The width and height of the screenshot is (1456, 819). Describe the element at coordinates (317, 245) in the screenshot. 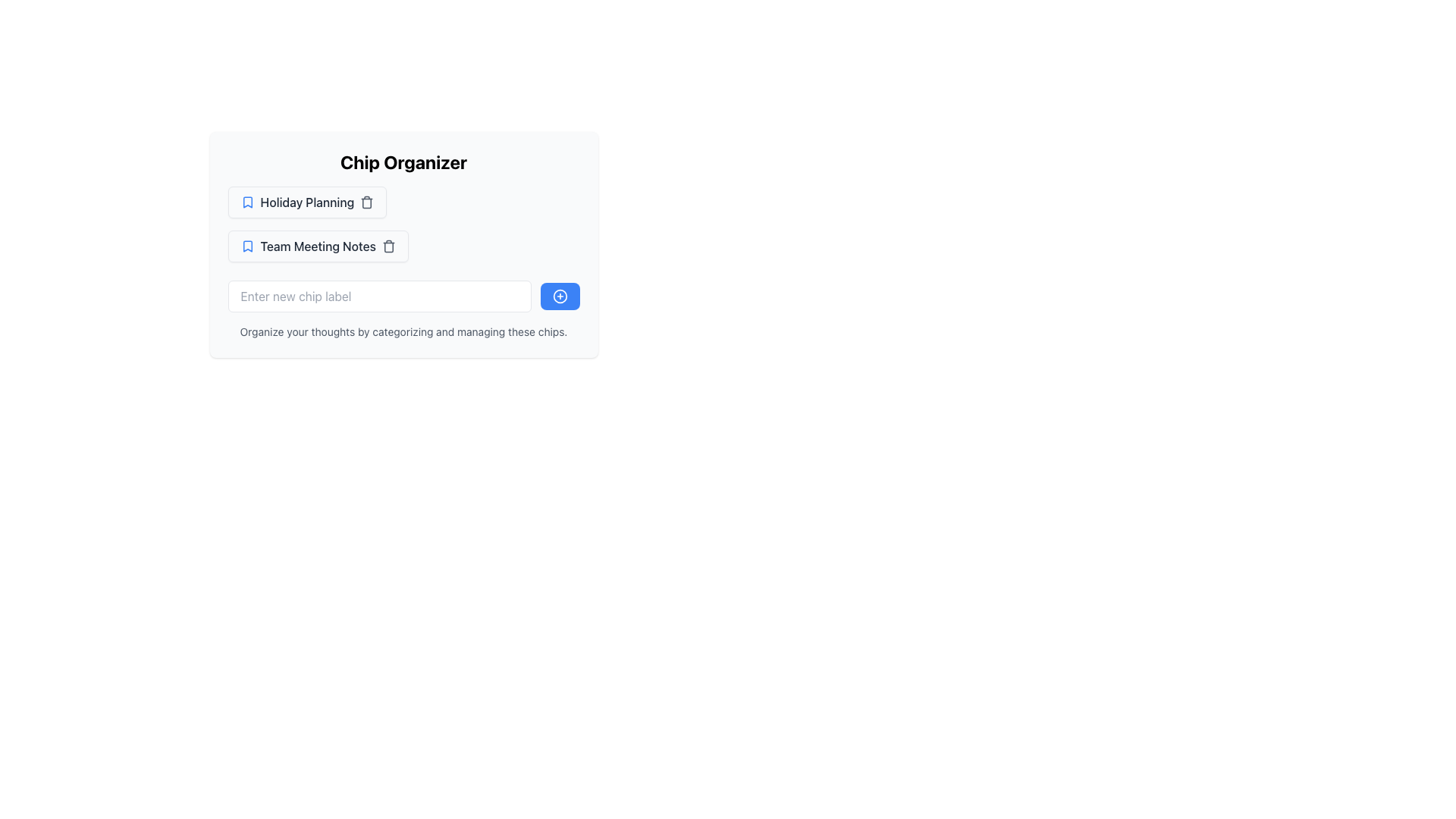

I see `the button labeled 'Team Meeting Notes', which features a bookmark icon on the left and a delete icon on the right` at that location.